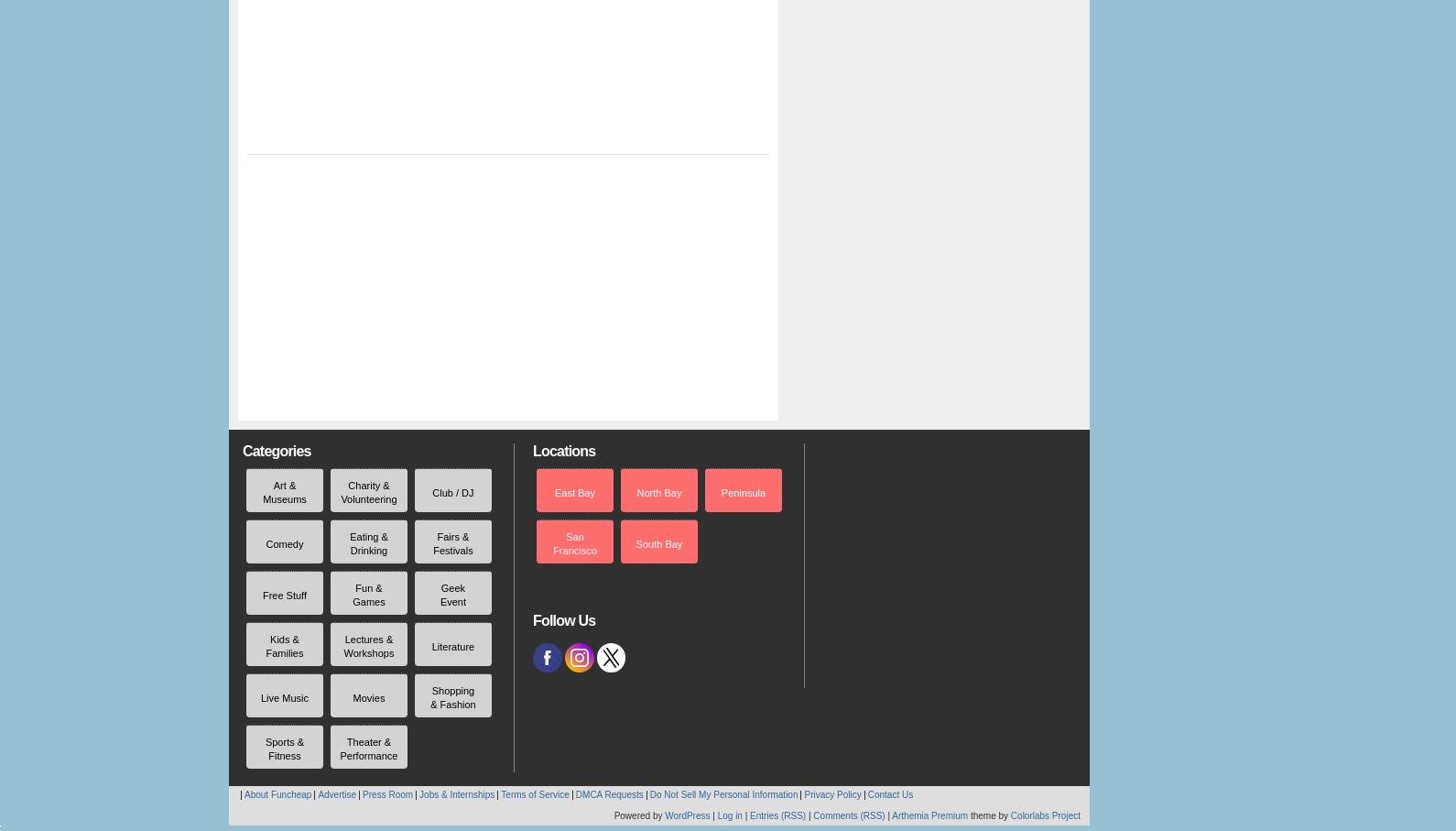 The image size is (1456, 831). I want to click on 'Categories', so click(276, 451).